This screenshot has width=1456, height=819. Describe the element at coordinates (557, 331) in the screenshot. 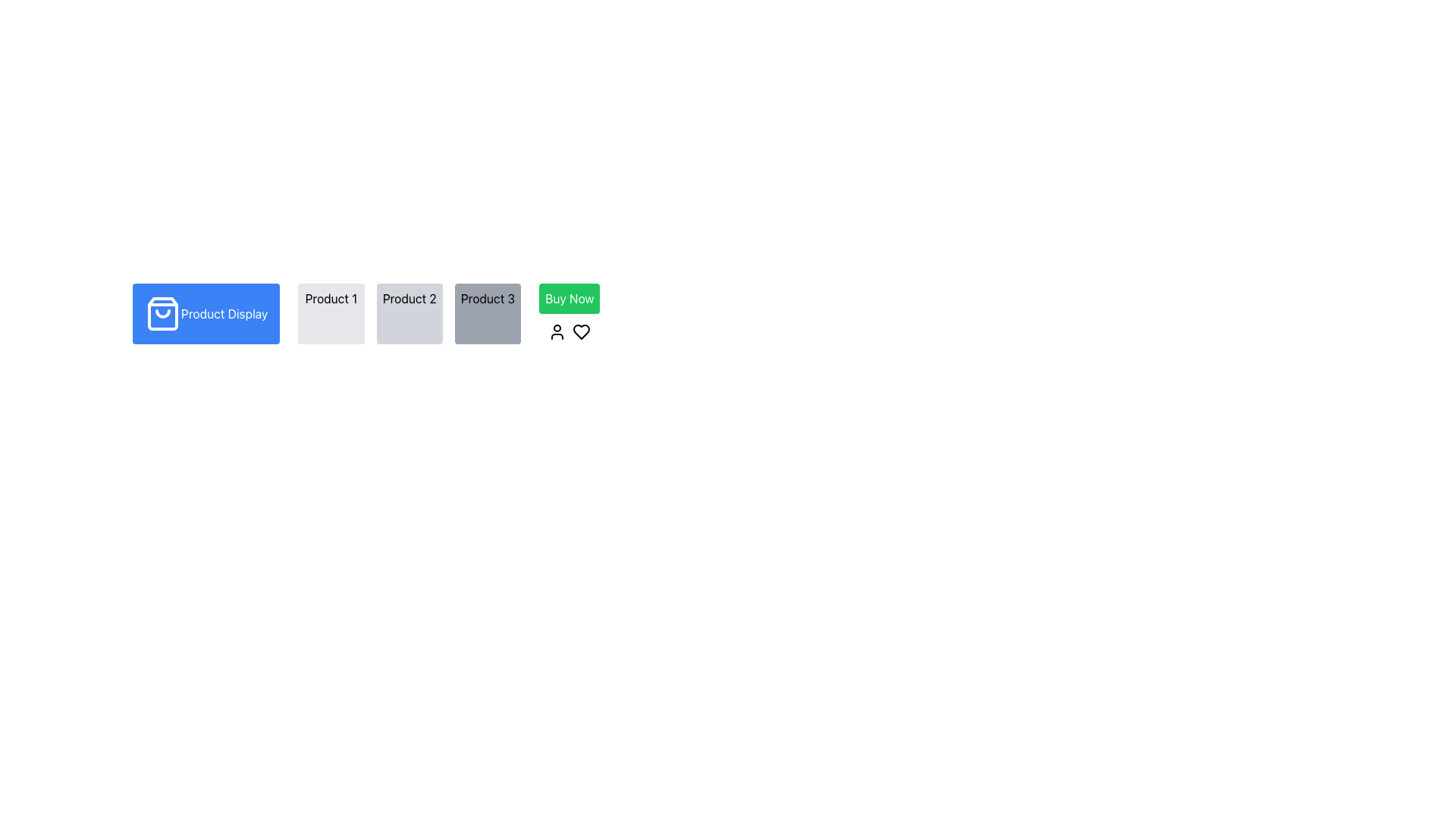

I see `the user profile icon, which is a simplistic outline of a person, located immediately to the left of a heart icon and to the right of the 'Buy Now' button` at that location.